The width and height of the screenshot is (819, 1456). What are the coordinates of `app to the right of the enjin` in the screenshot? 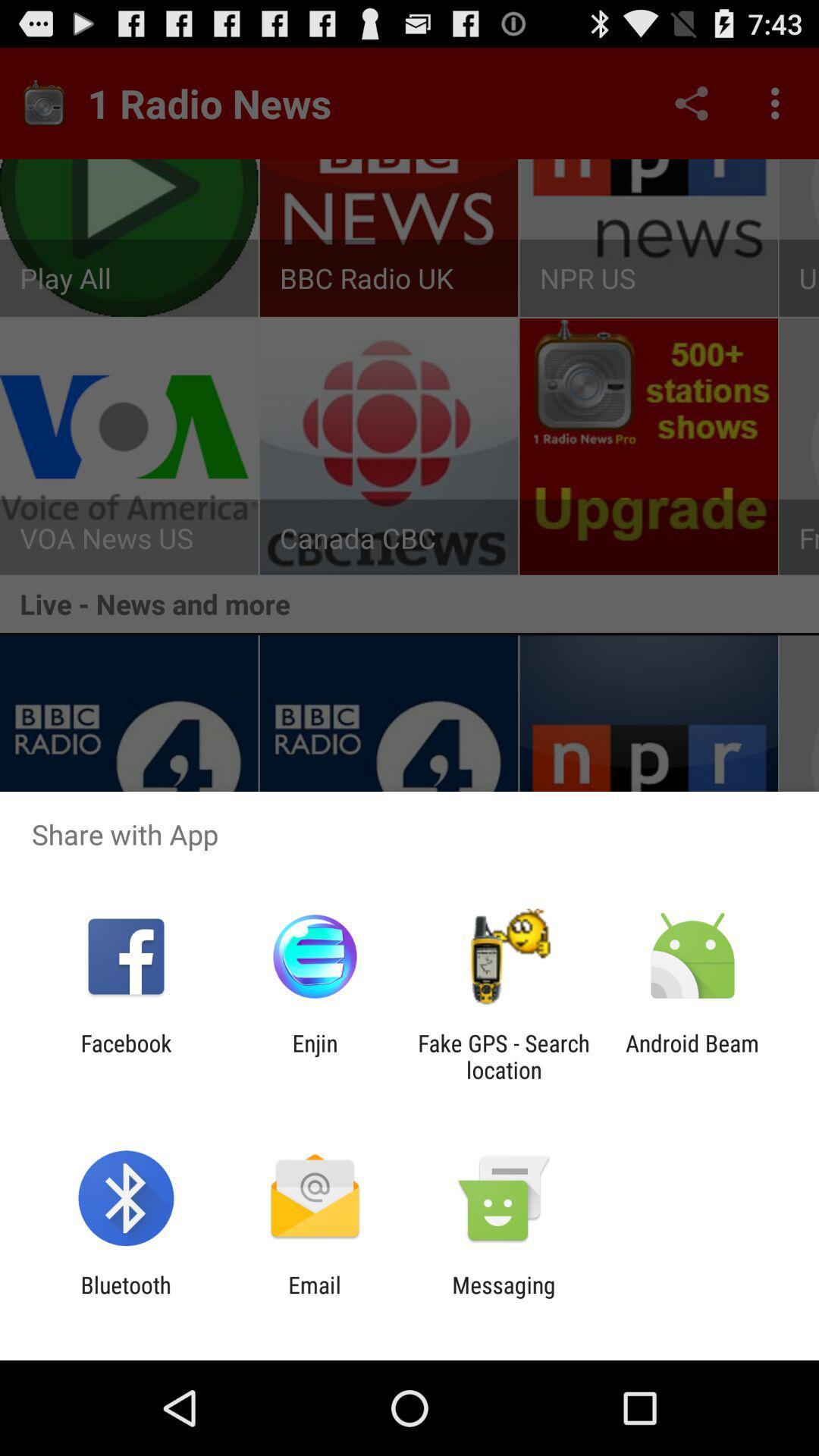 It's located at (504, 1056).